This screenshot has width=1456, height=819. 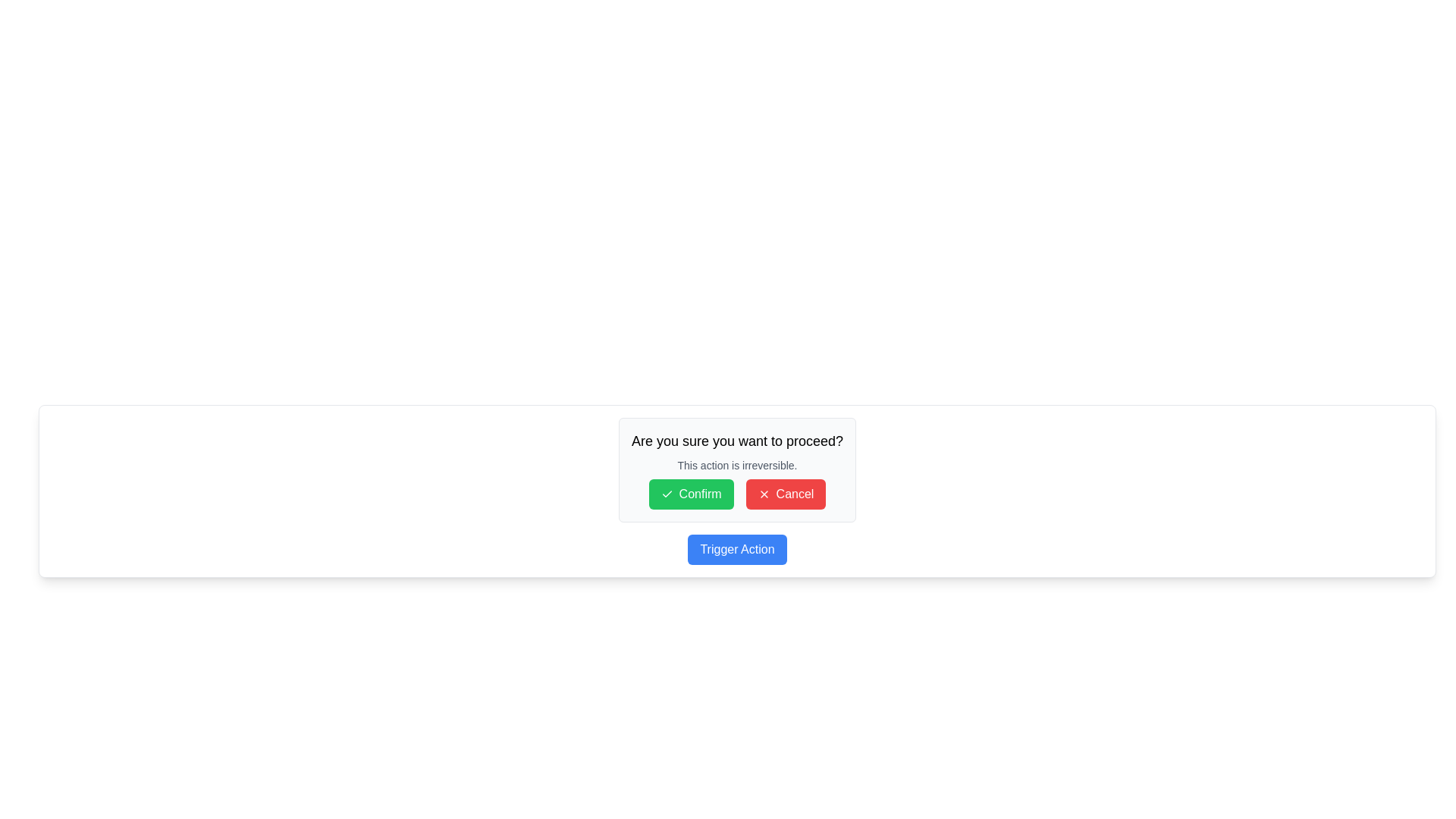 What do you see at coordinates (737, 494) in the screenshot?
I see `the 'Confirm' button in the Button Group located below the header text 'Are you sure you want to proceed?' to approve the action` at bounding box center [737, 494].